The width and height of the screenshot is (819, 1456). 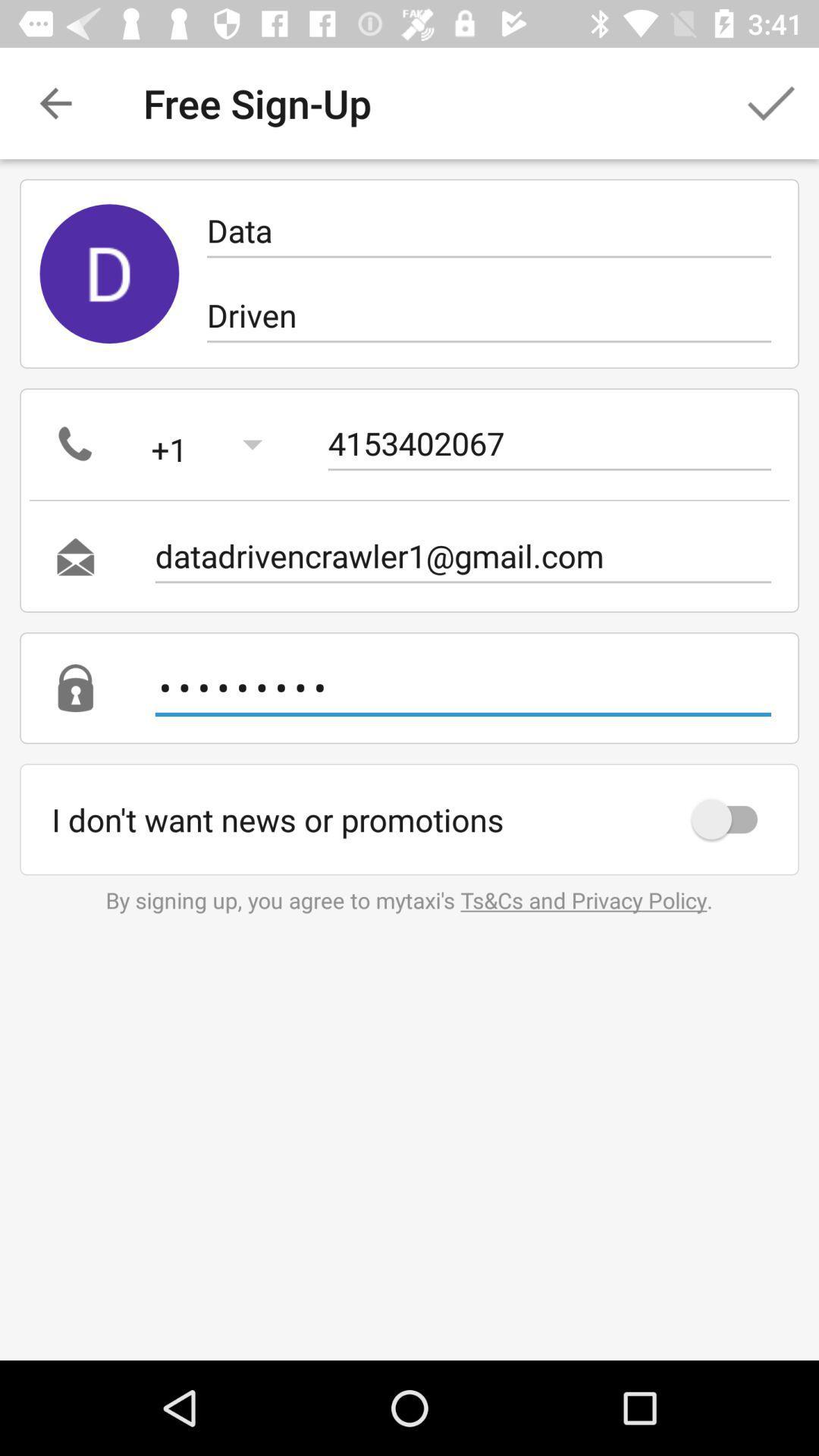 What do you see at coordinates (488, 230) in the screenshot?
I see `data item` at bounding box center [488, 230].